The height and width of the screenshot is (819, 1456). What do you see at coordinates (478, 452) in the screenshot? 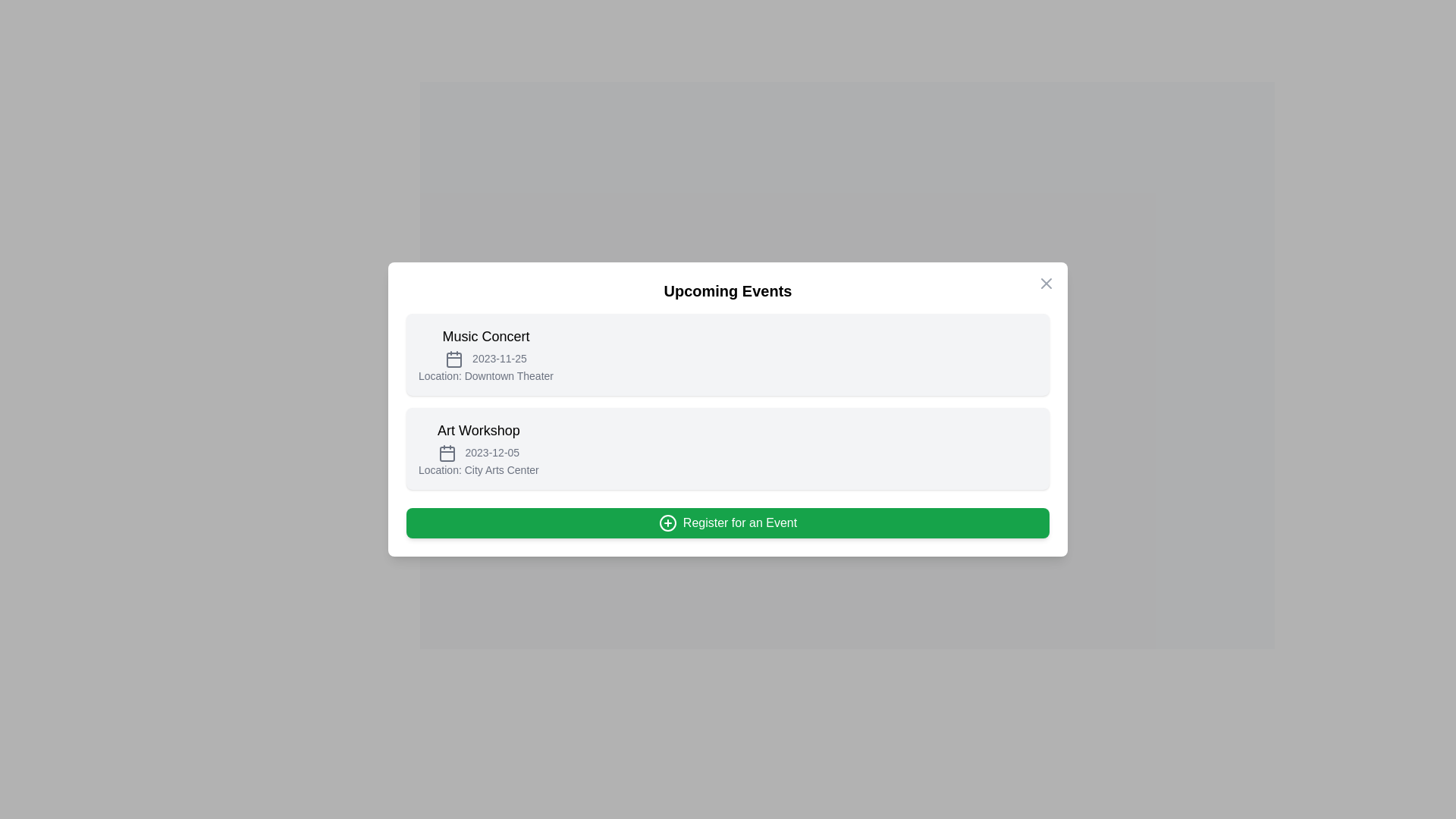
I see `date displayed in the text element that shows '2023-12-05', styled in a small, gray font, located beneath the 'Art Workshop' title` at bounding box center [478, 452].